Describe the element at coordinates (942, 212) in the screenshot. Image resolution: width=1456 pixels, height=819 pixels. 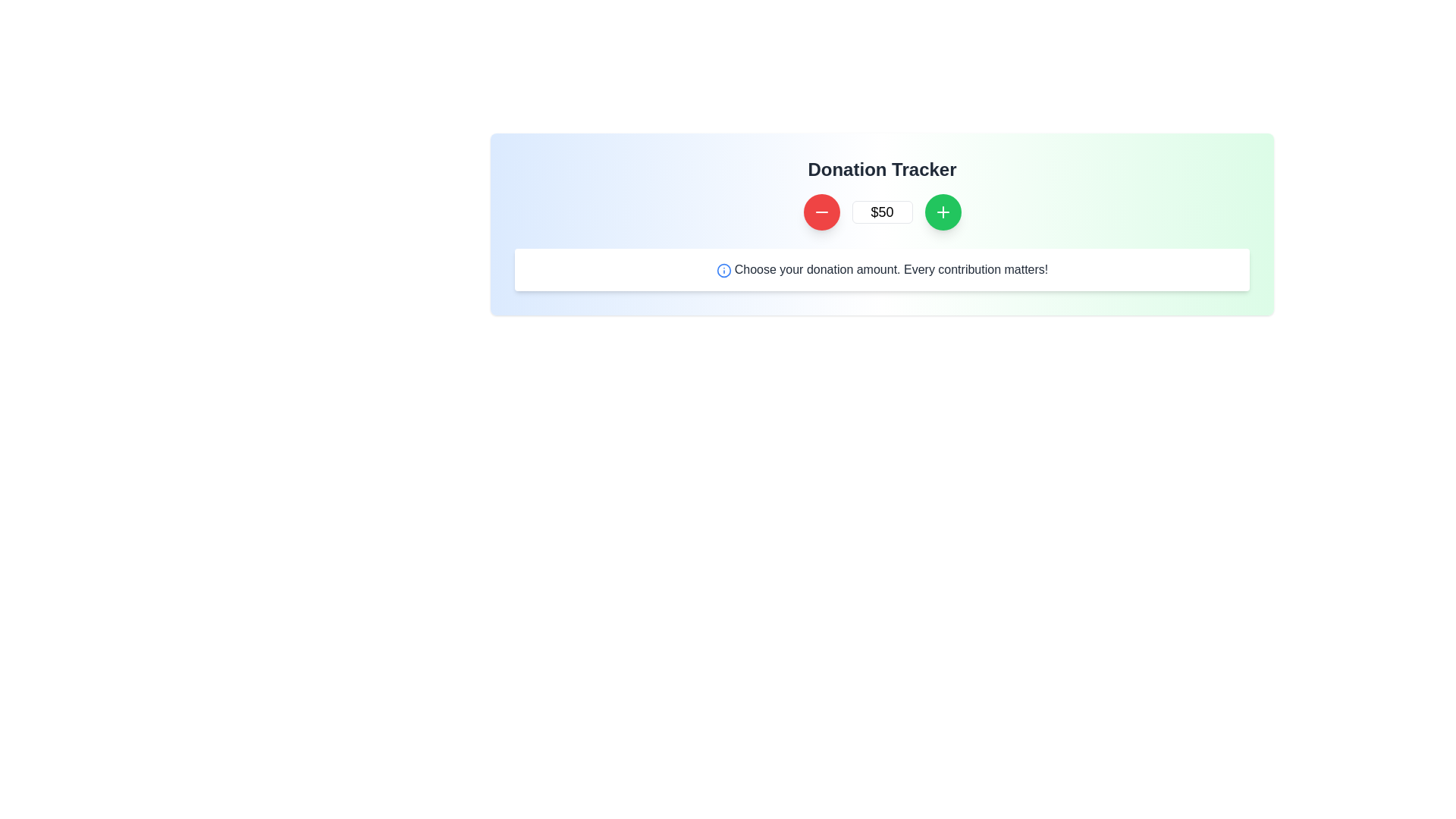
I see `the green circular button with a white plus sign icon located to the right of the '$50' text input field` at that location.